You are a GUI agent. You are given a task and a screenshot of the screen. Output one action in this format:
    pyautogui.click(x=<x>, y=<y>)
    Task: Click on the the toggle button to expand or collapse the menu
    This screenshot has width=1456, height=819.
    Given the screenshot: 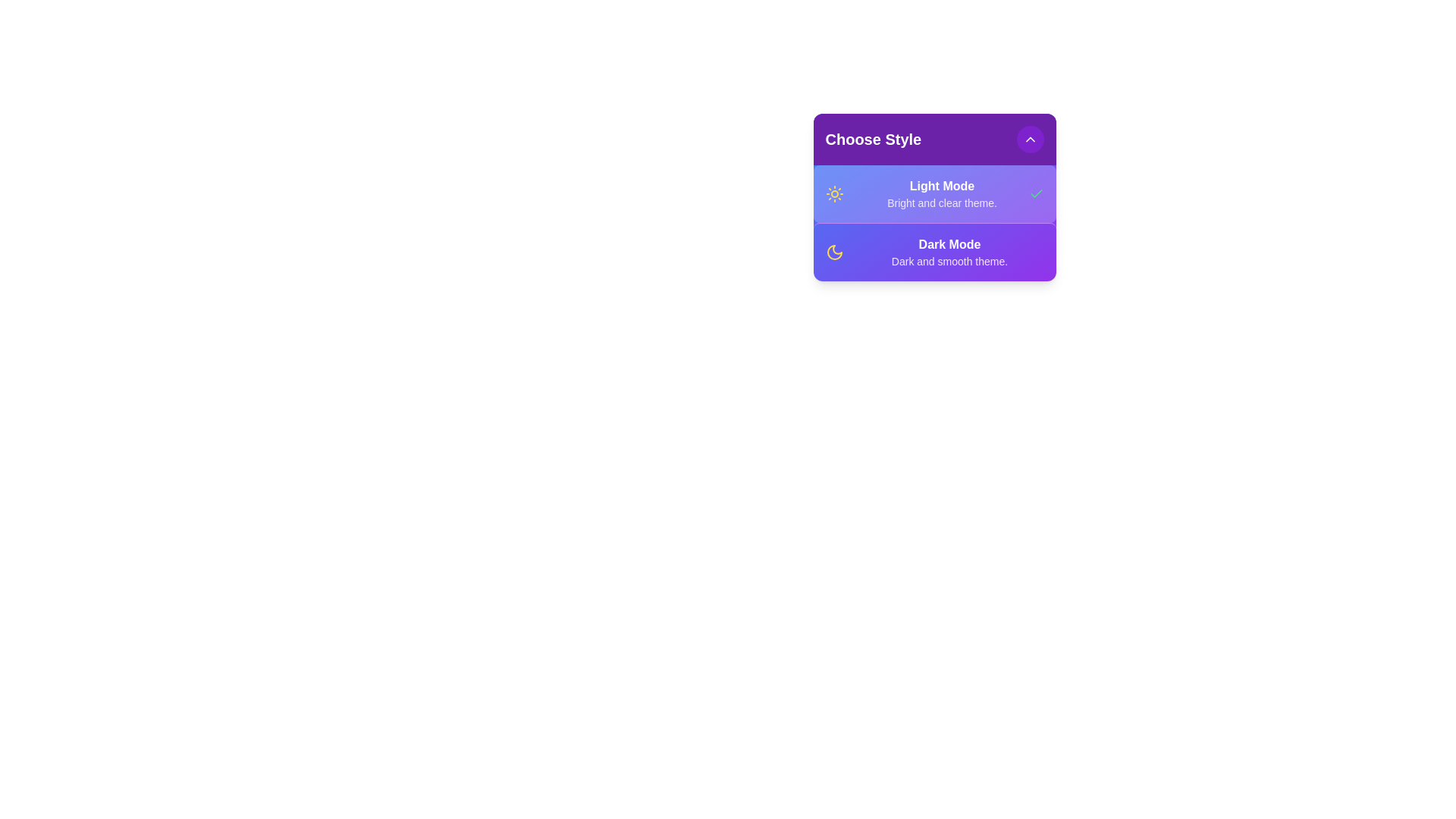 What is the action you would take?
    pyautogui.click(x=1030, y=140)
    